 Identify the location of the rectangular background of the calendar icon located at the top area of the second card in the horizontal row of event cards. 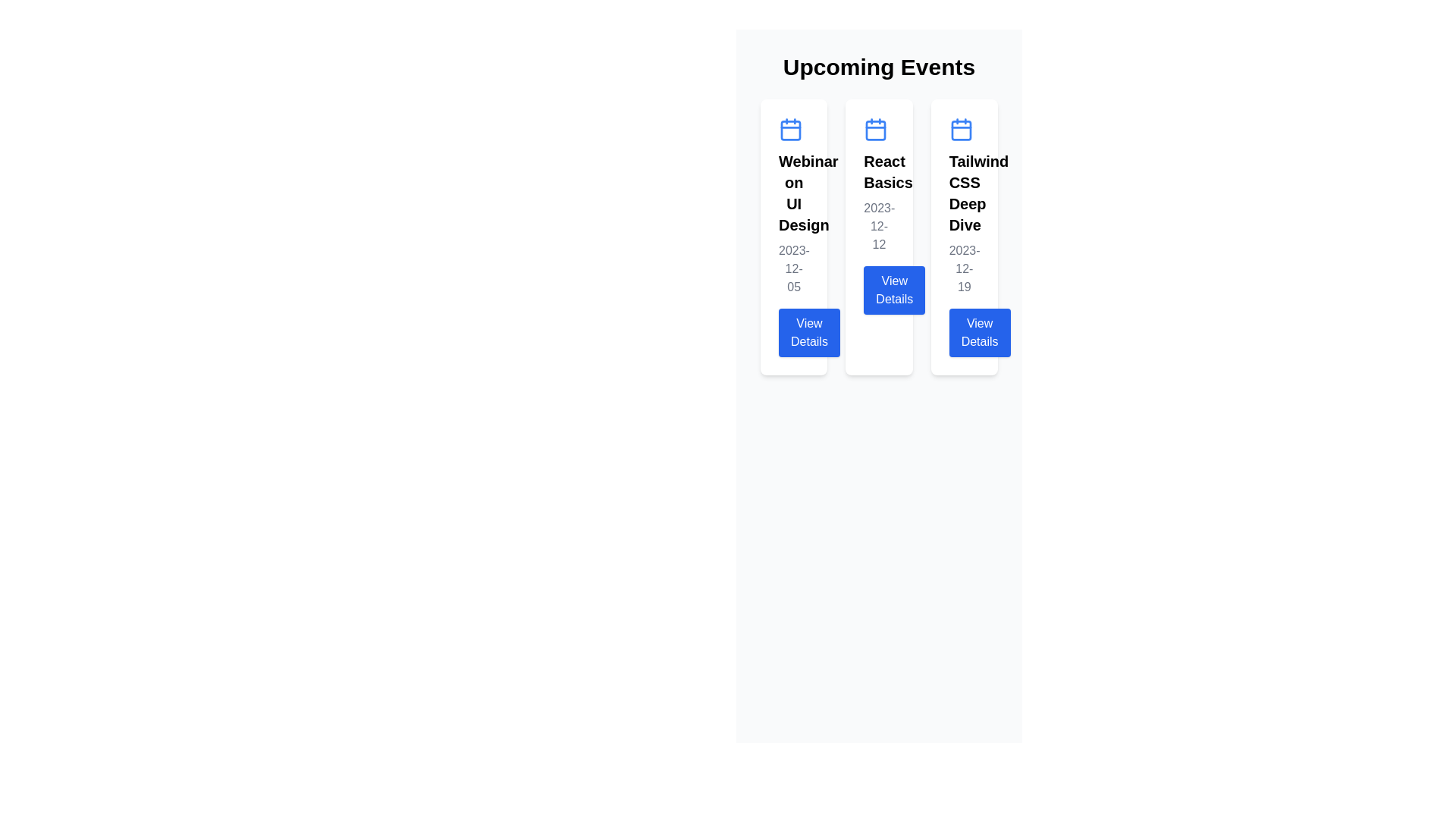
(876, 130).